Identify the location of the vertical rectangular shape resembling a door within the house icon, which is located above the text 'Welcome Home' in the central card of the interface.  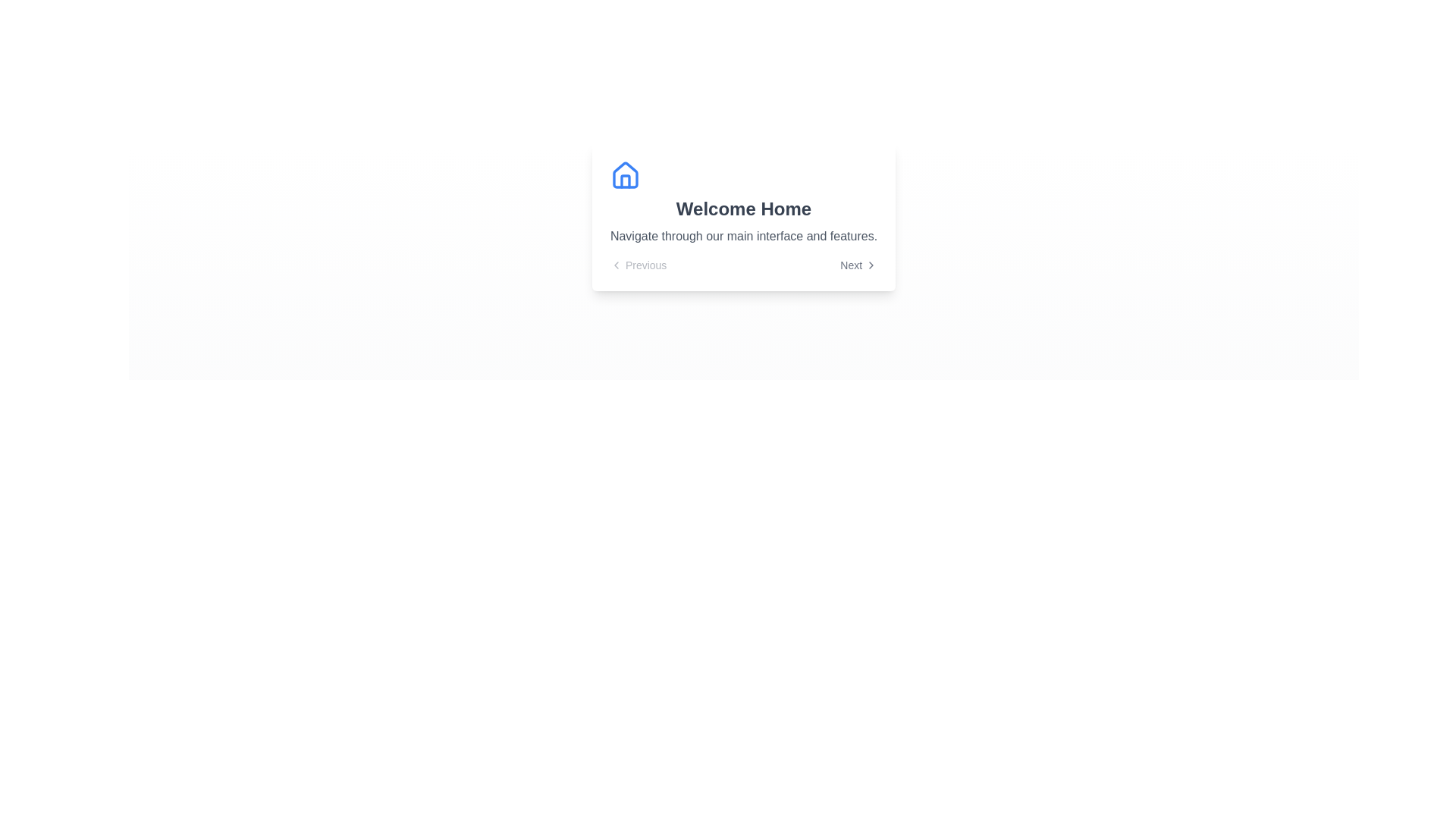
(625, 180).